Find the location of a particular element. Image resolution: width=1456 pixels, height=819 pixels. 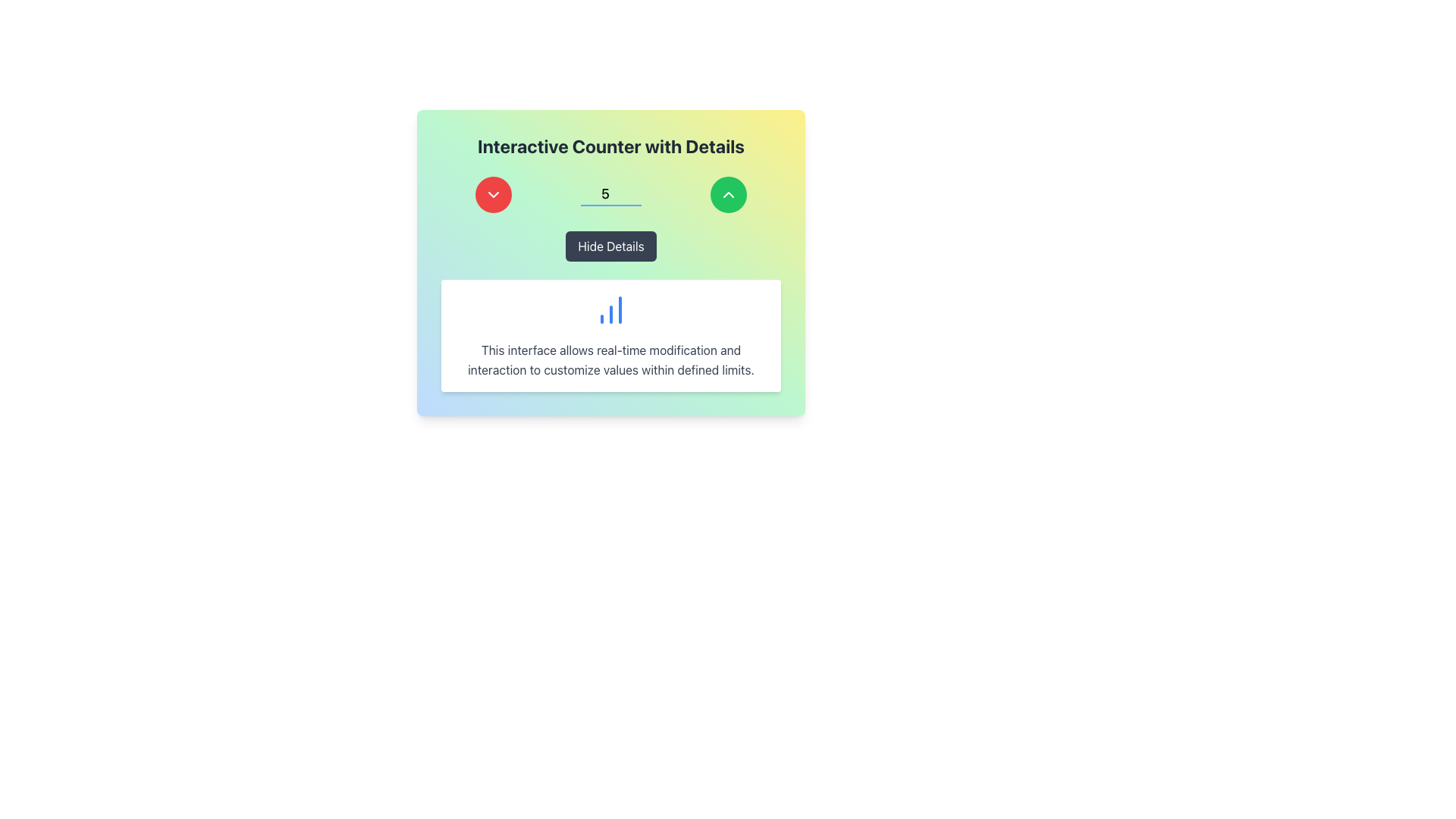

the circular green button with a white upward-pointing chevron icon to increment a value is located at coordinates (728, 194).